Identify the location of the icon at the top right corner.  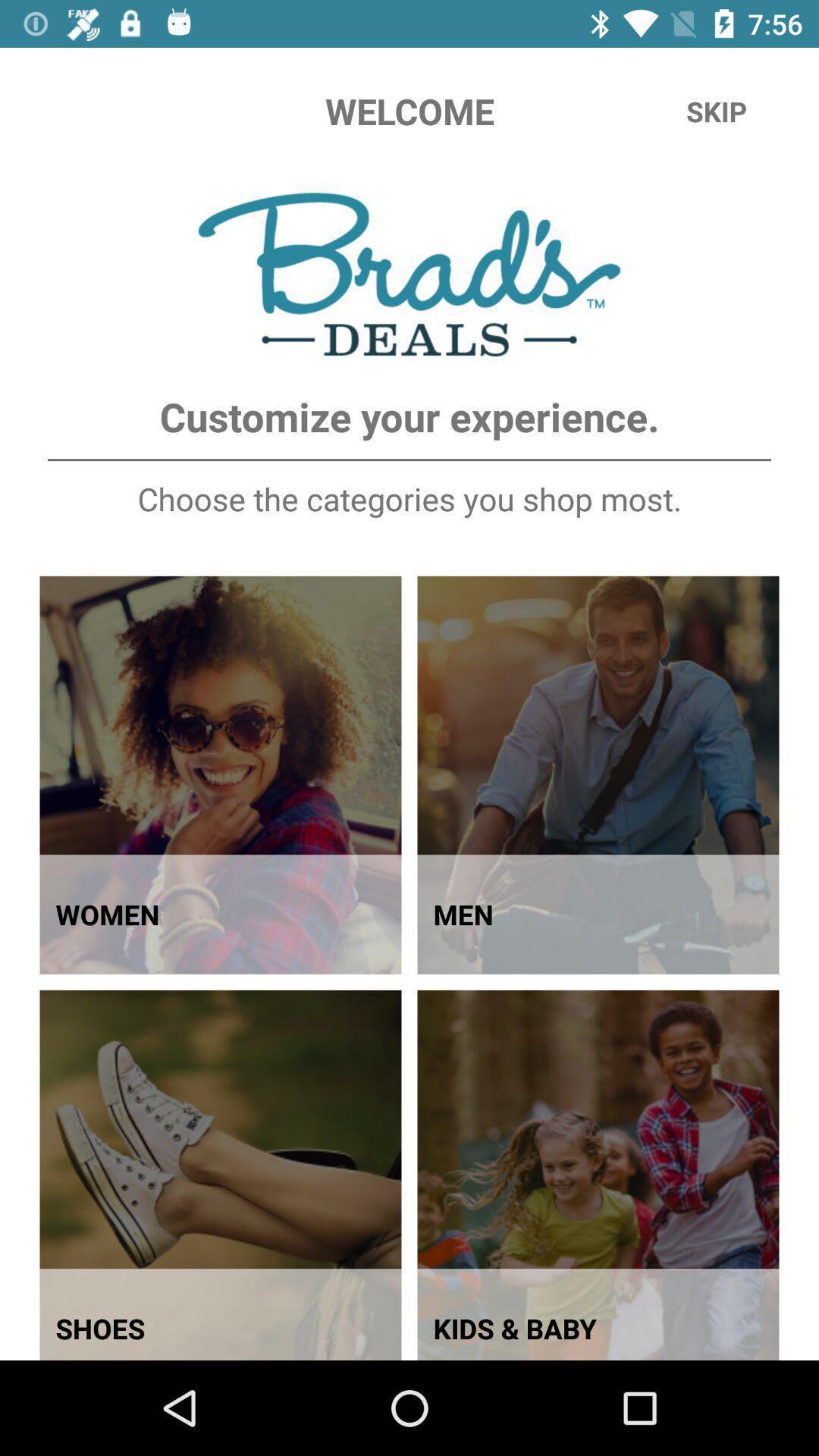
(717, 111).